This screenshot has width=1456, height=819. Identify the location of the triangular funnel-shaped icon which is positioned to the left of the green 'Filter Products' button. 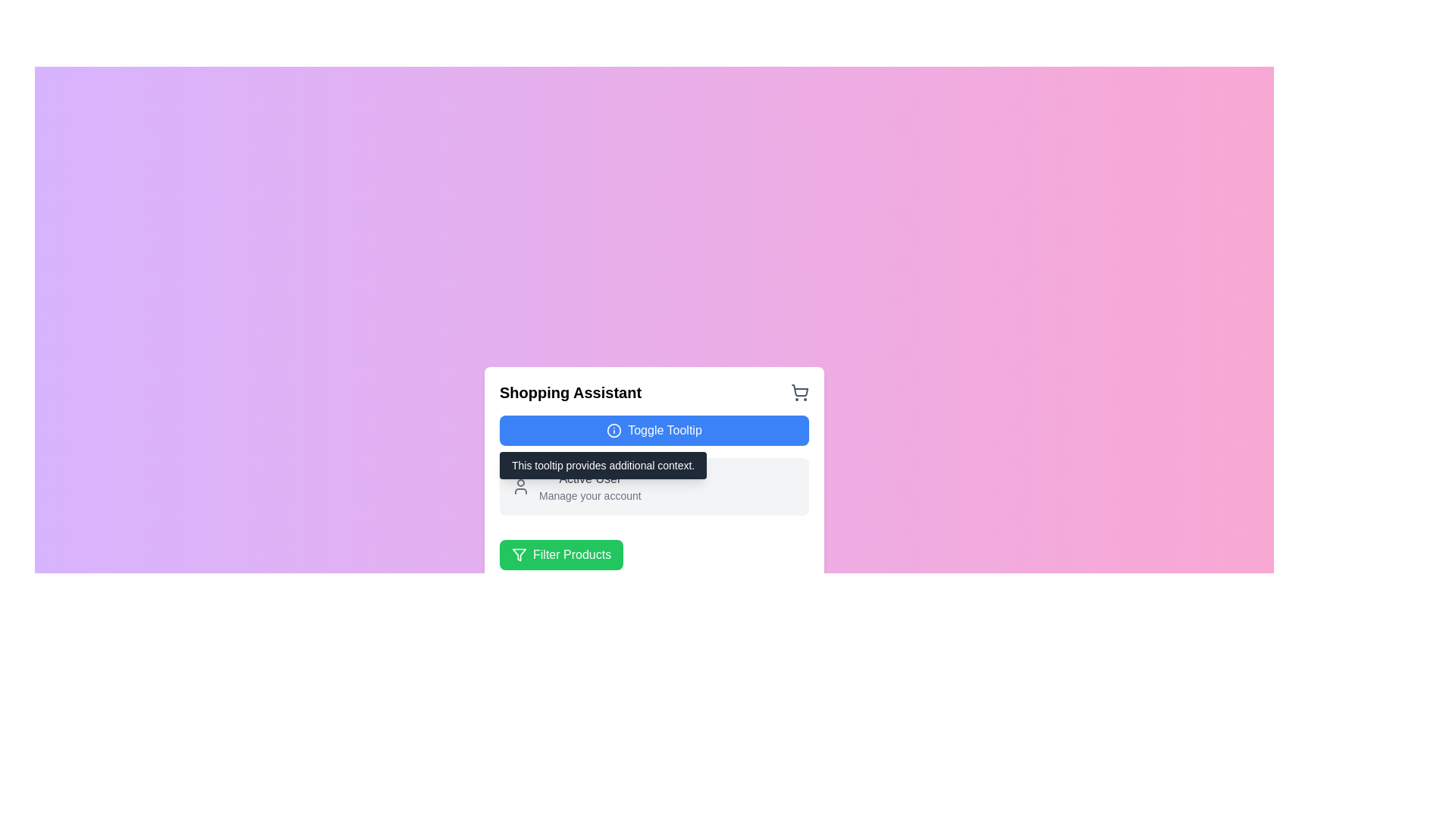
(519, 555).